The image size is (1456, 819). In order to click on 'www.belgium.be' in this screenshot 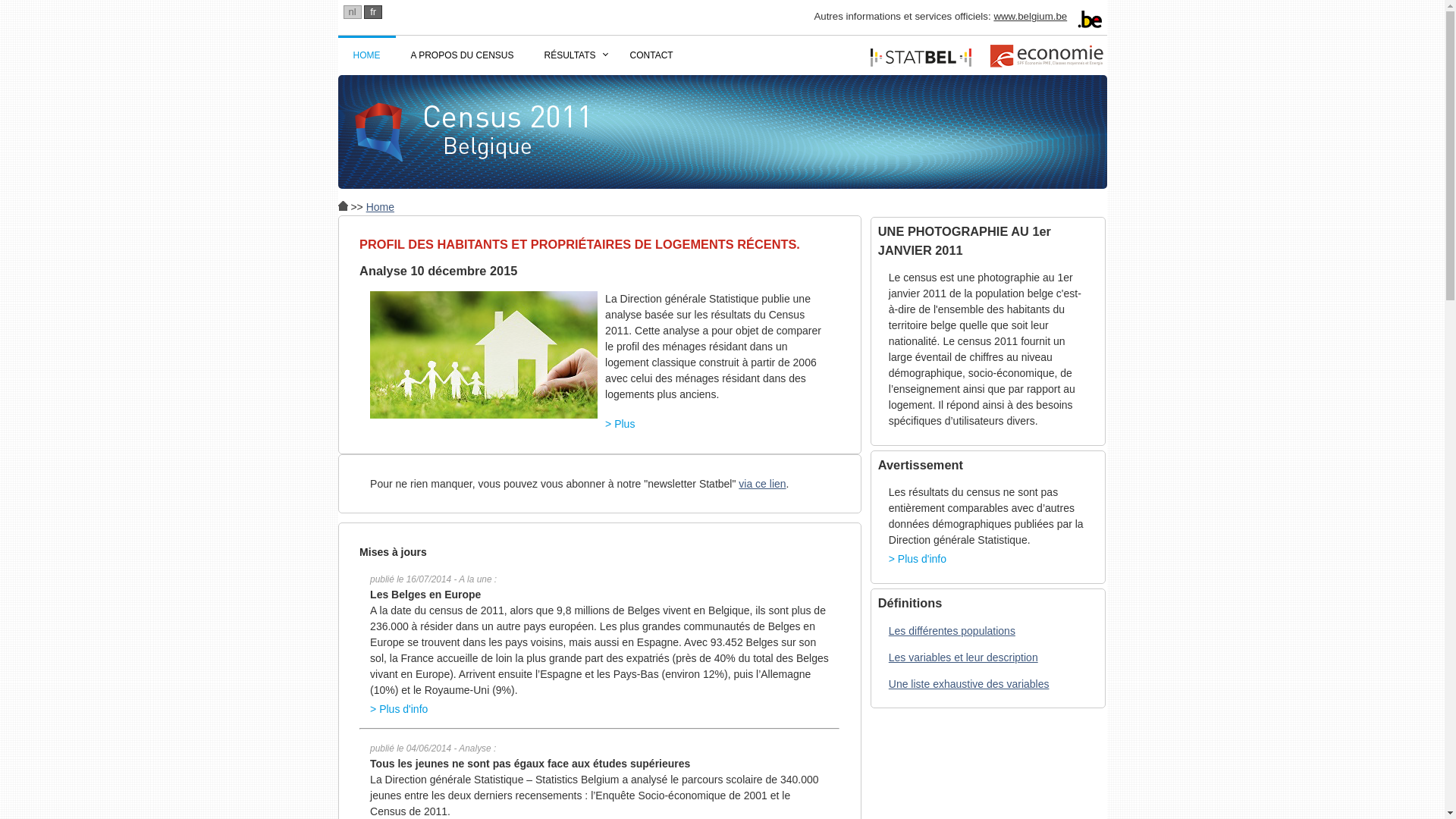, I will do `click(1030, 16)`.